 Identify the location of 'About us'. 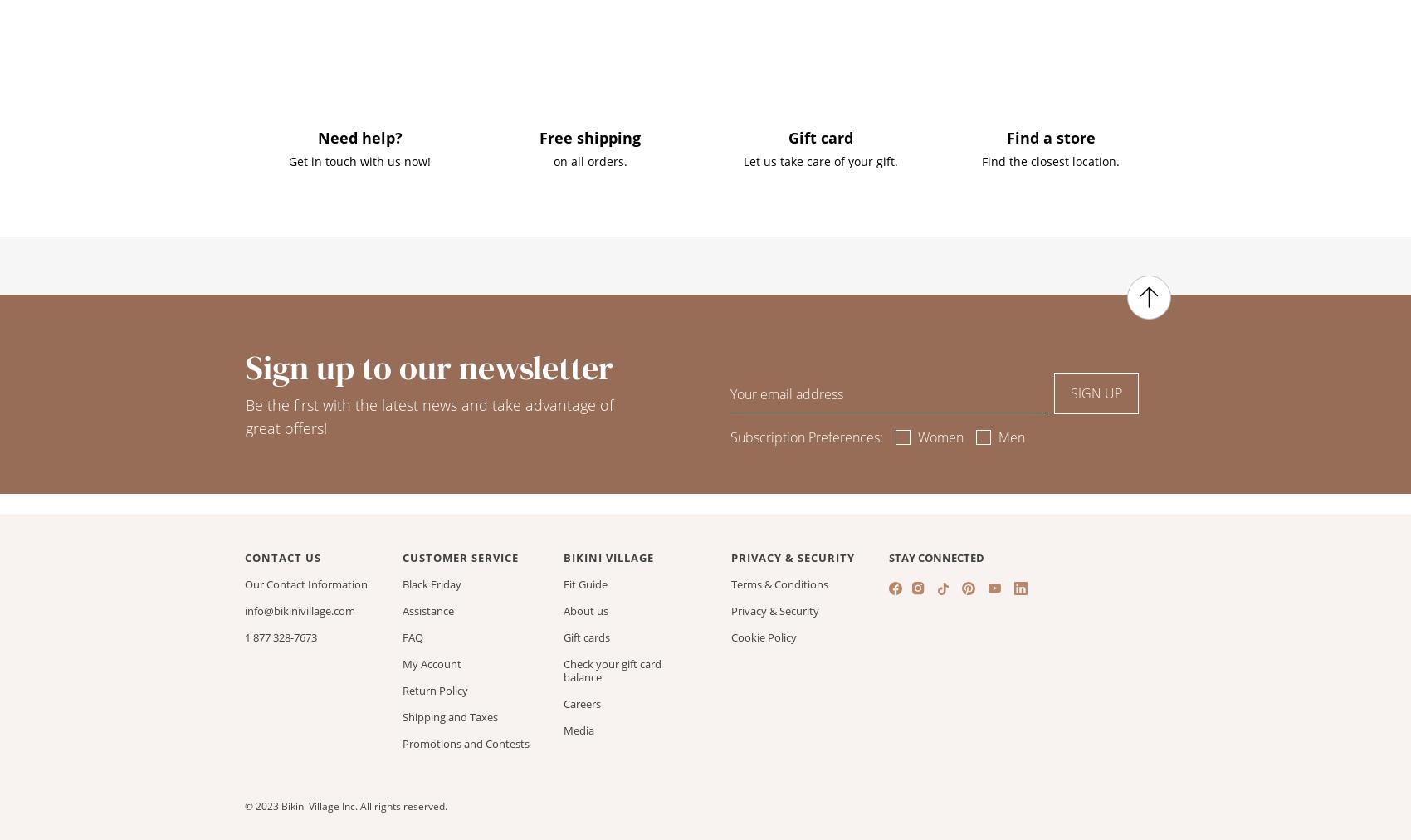
(586, 610).